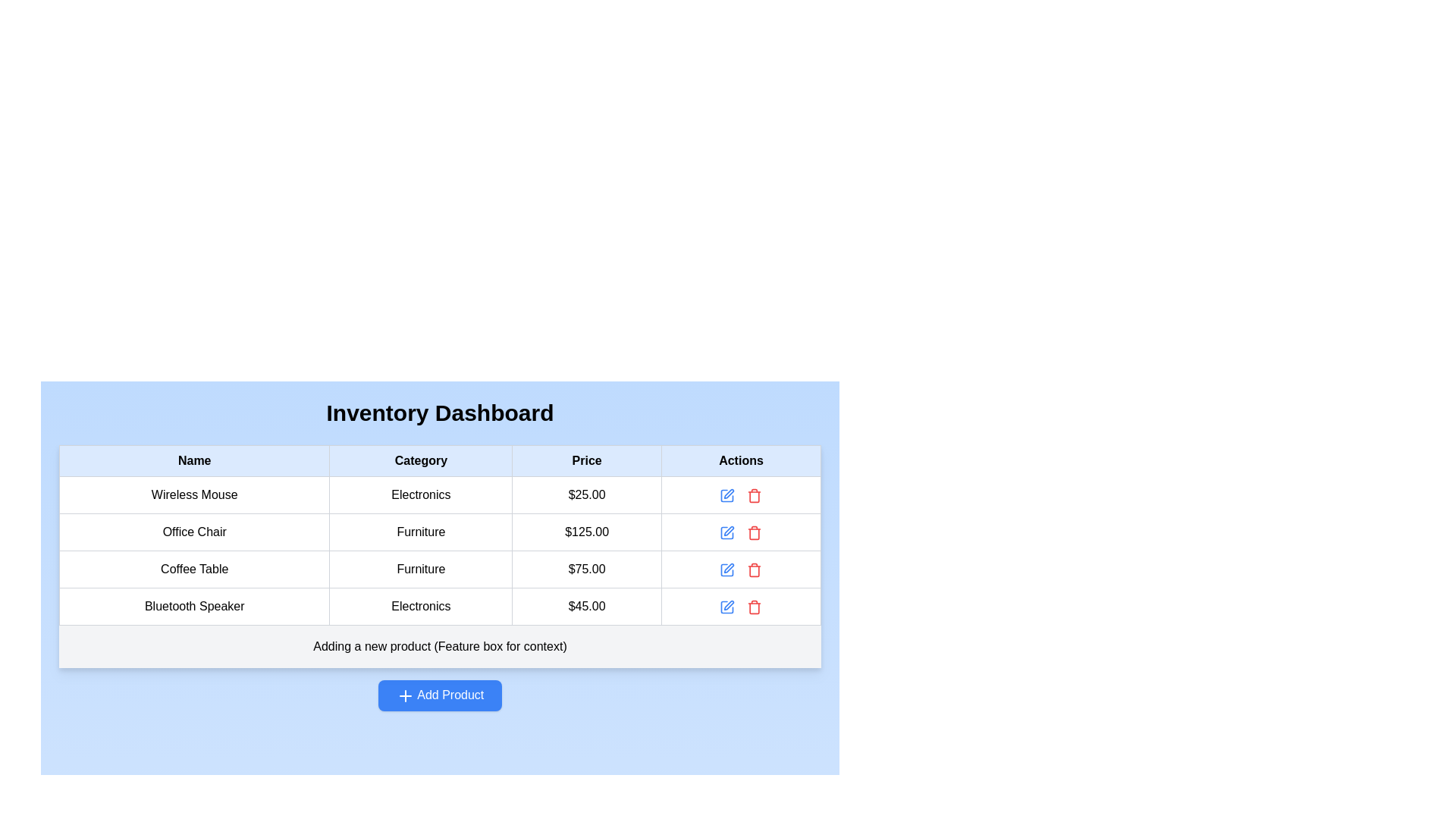  I want to click on the text element representing the name of the product, so click(193, 570).